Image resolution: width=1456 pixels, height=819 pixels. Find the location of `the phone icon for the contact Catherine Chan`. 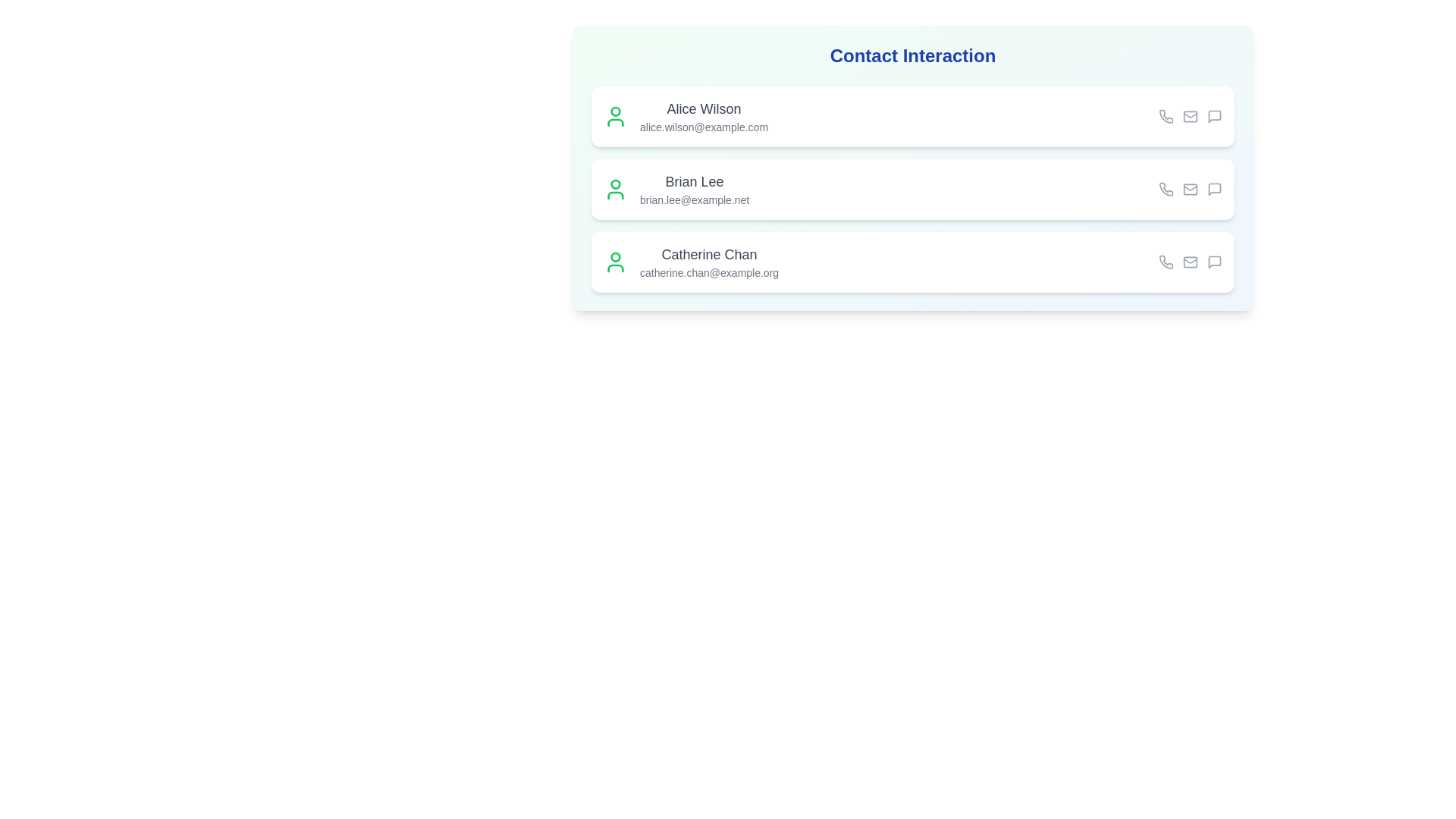

the phone icon for the contact Catherine Chan is located at coordinates (1165, 262).